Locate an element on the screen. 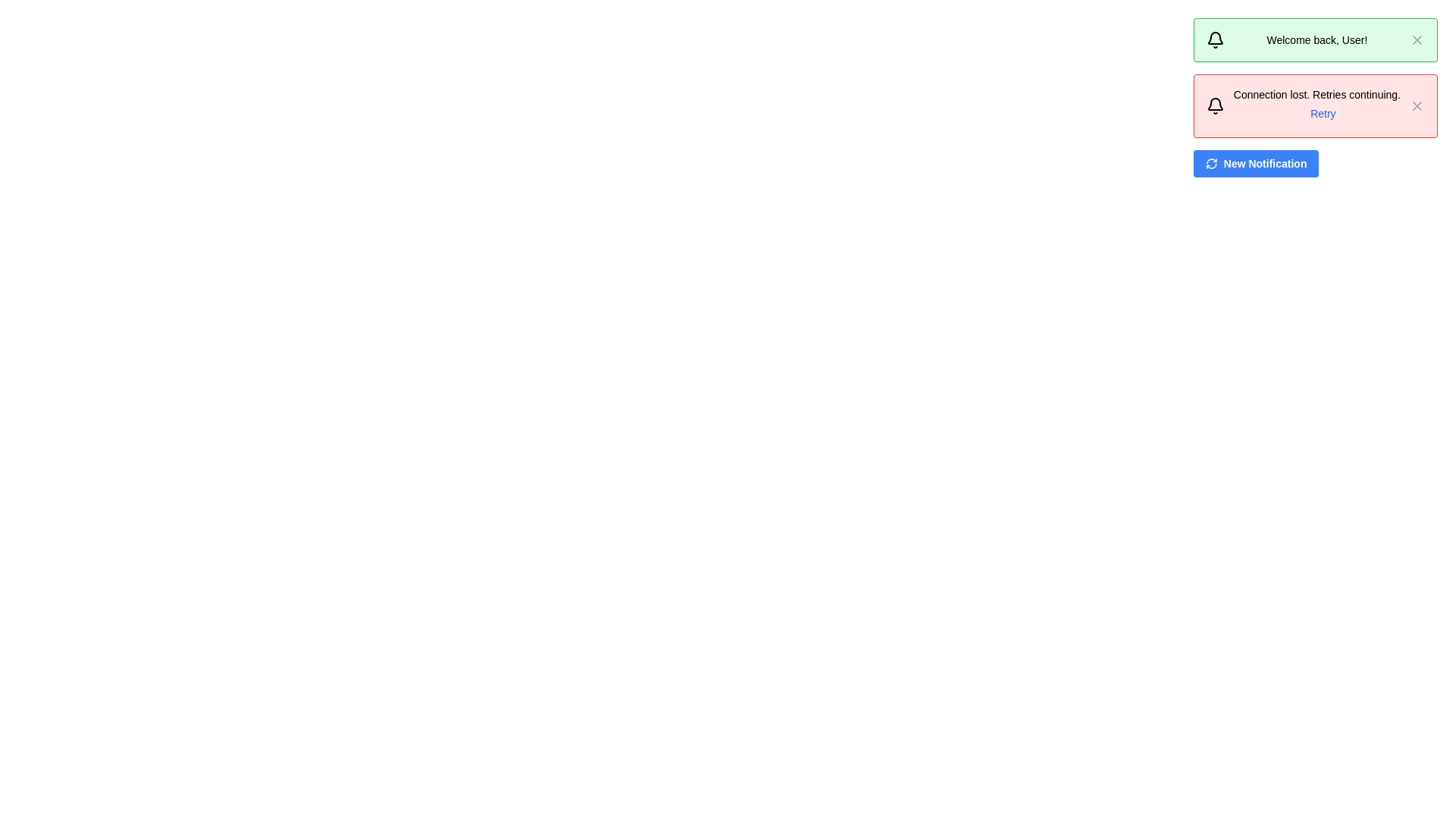 The height and width of the screenshot is (819, 1456). the 'Retry' button, which is styled in blue and is the only interactive component in the second notification card below the green notification titled 'Welcome back, User!' is located at coordinates (1314, 105).